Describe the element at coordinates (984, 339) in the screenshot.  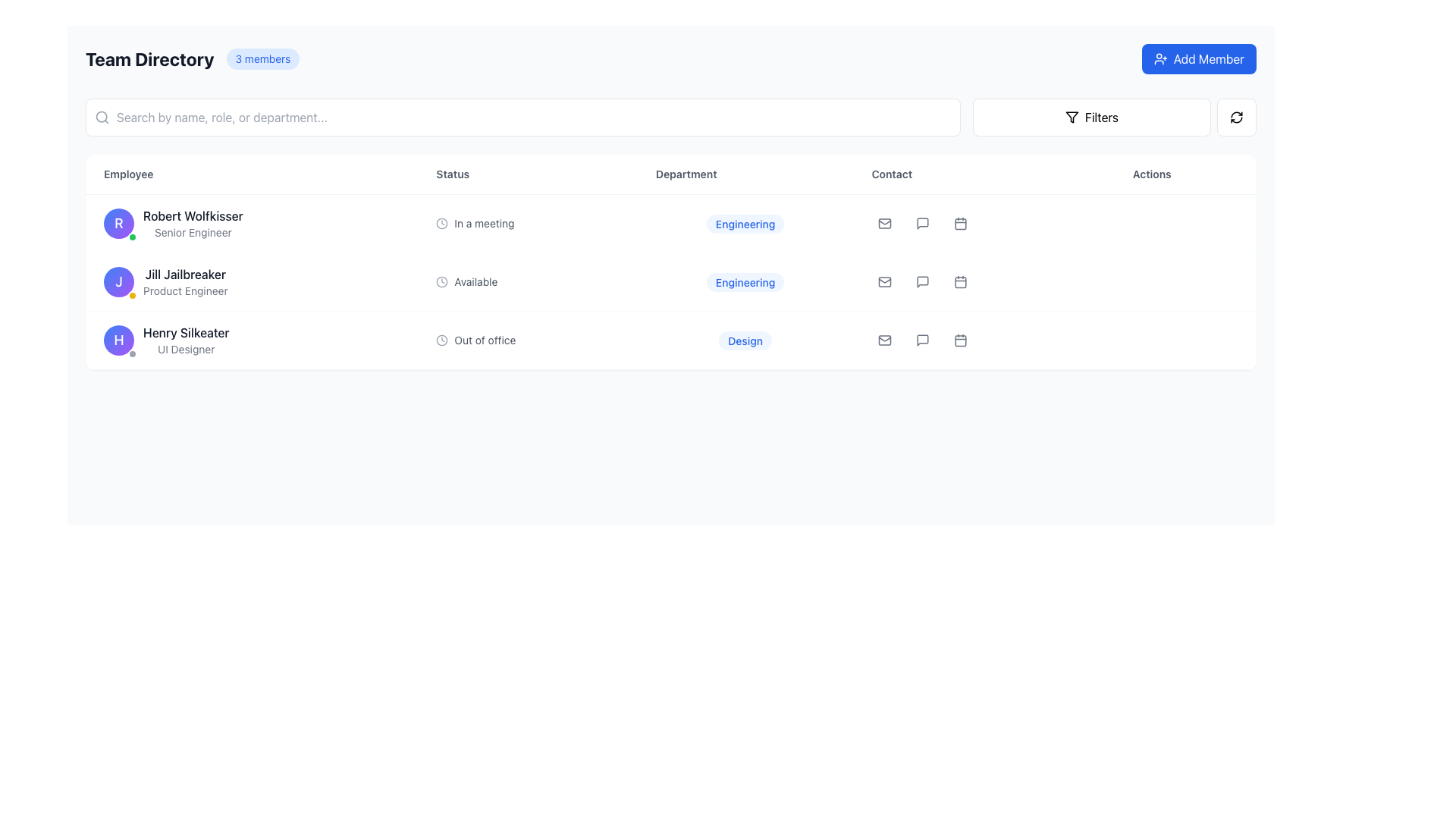
I see `the interactive icon group element in the last row of the table within the 'Contact' column using keyboard arrows` at that location.